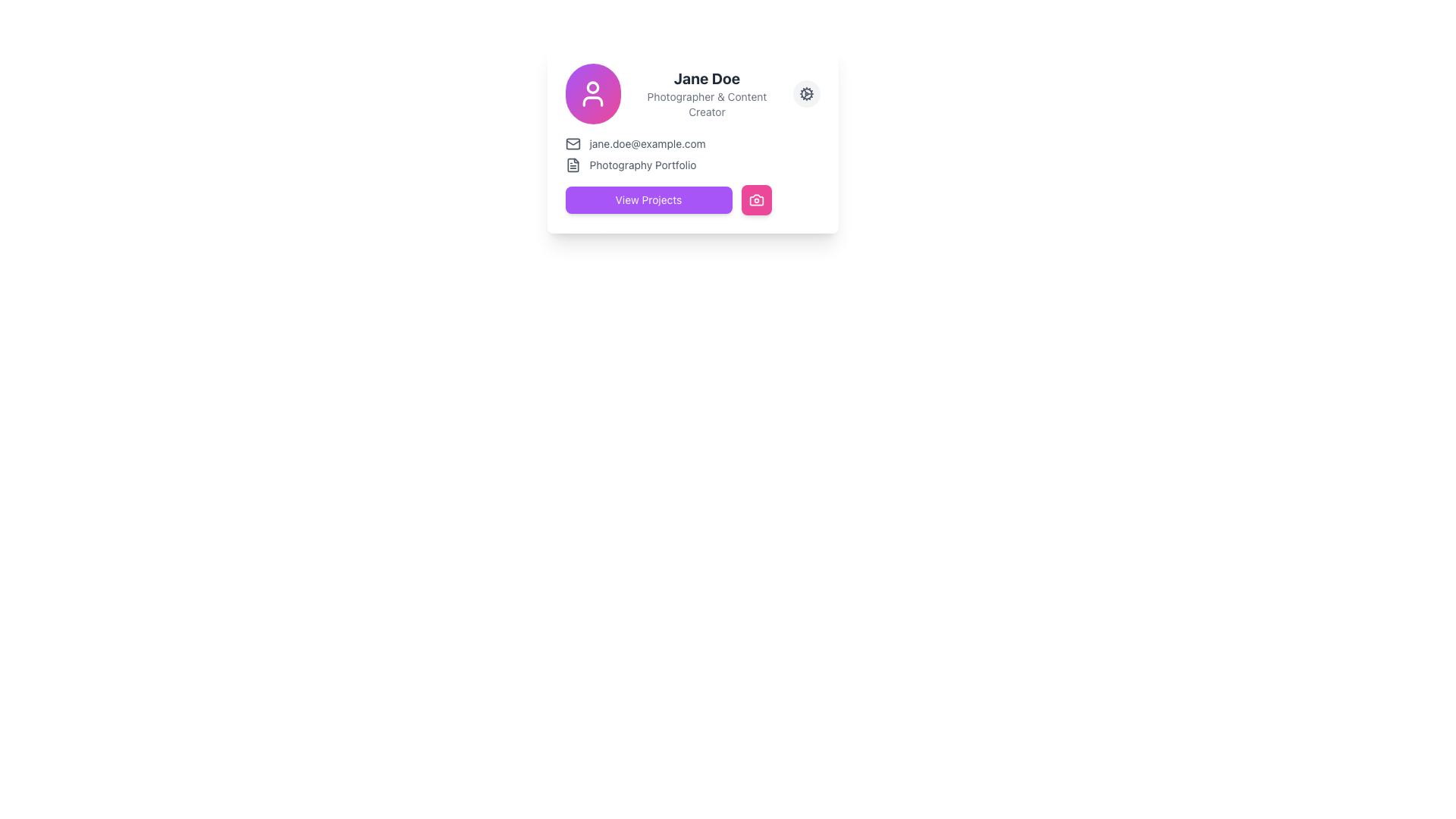 This screenshot has height=819, width=1456. What do you see at coordinates (692, 155) in the screenshot?
I see `the text label displaying the contact email and portfolio link, located centrally below the 'Jane Doe Photographer & Content Creator' section` at bounding box center [692, 155].